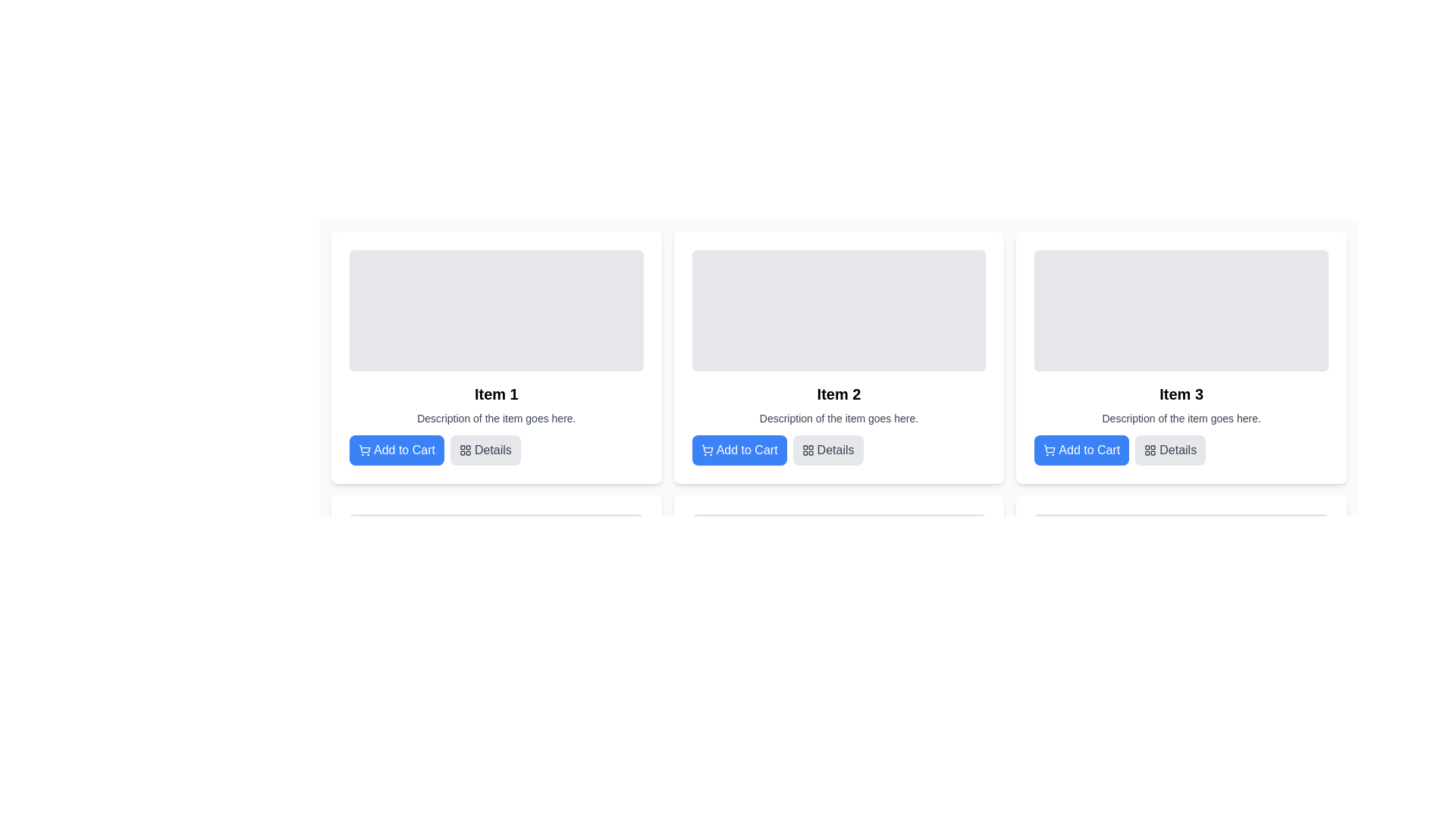 The height and width of the screenshot is (819, 1456). I want to click on the 'Details' button which contains the icon on the right side of the button's text in the third item card of the horizontal list, so click(1150, 450).